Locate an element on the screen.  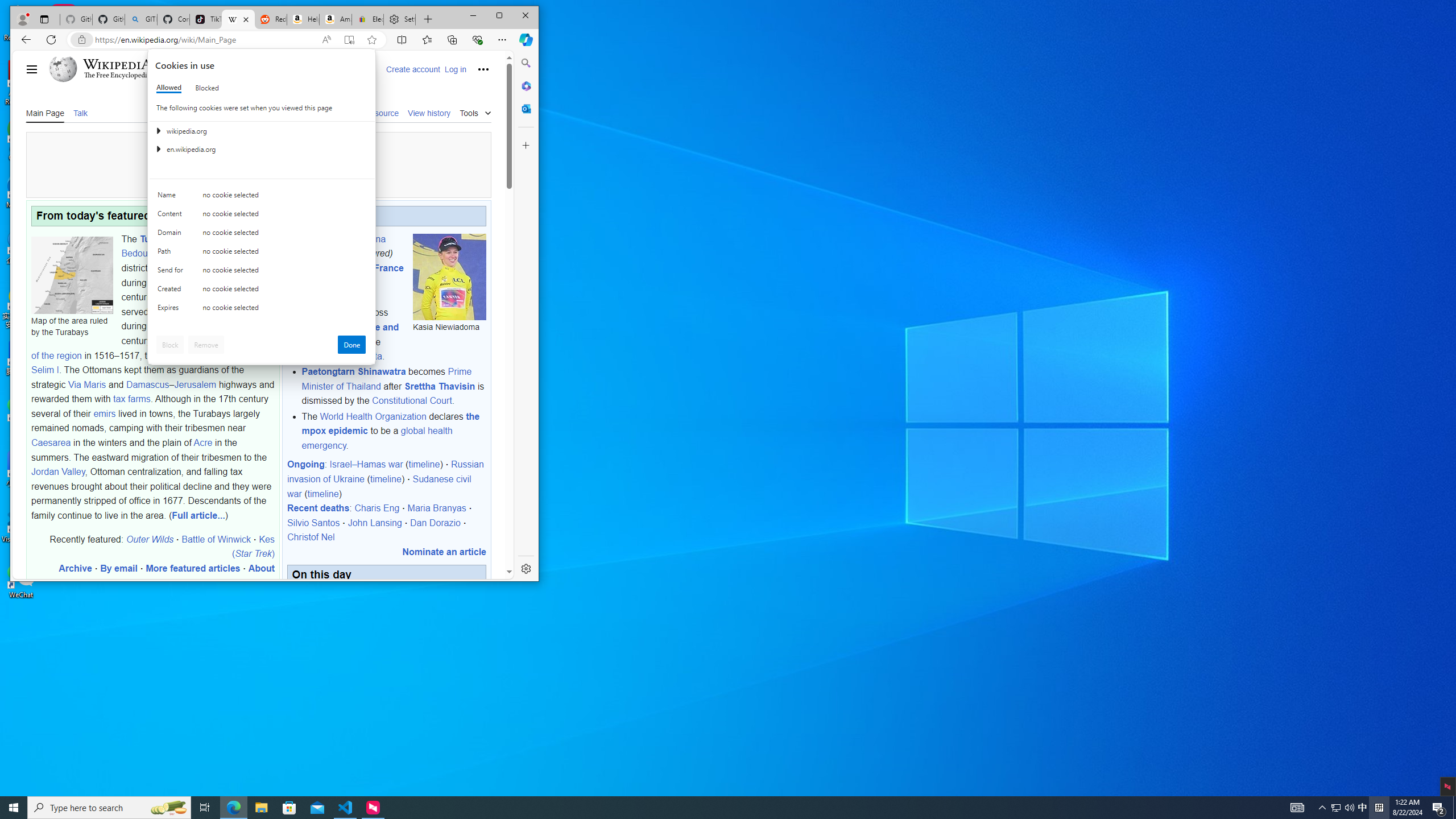
'File Explorer' is located at coordinates (204, 806).